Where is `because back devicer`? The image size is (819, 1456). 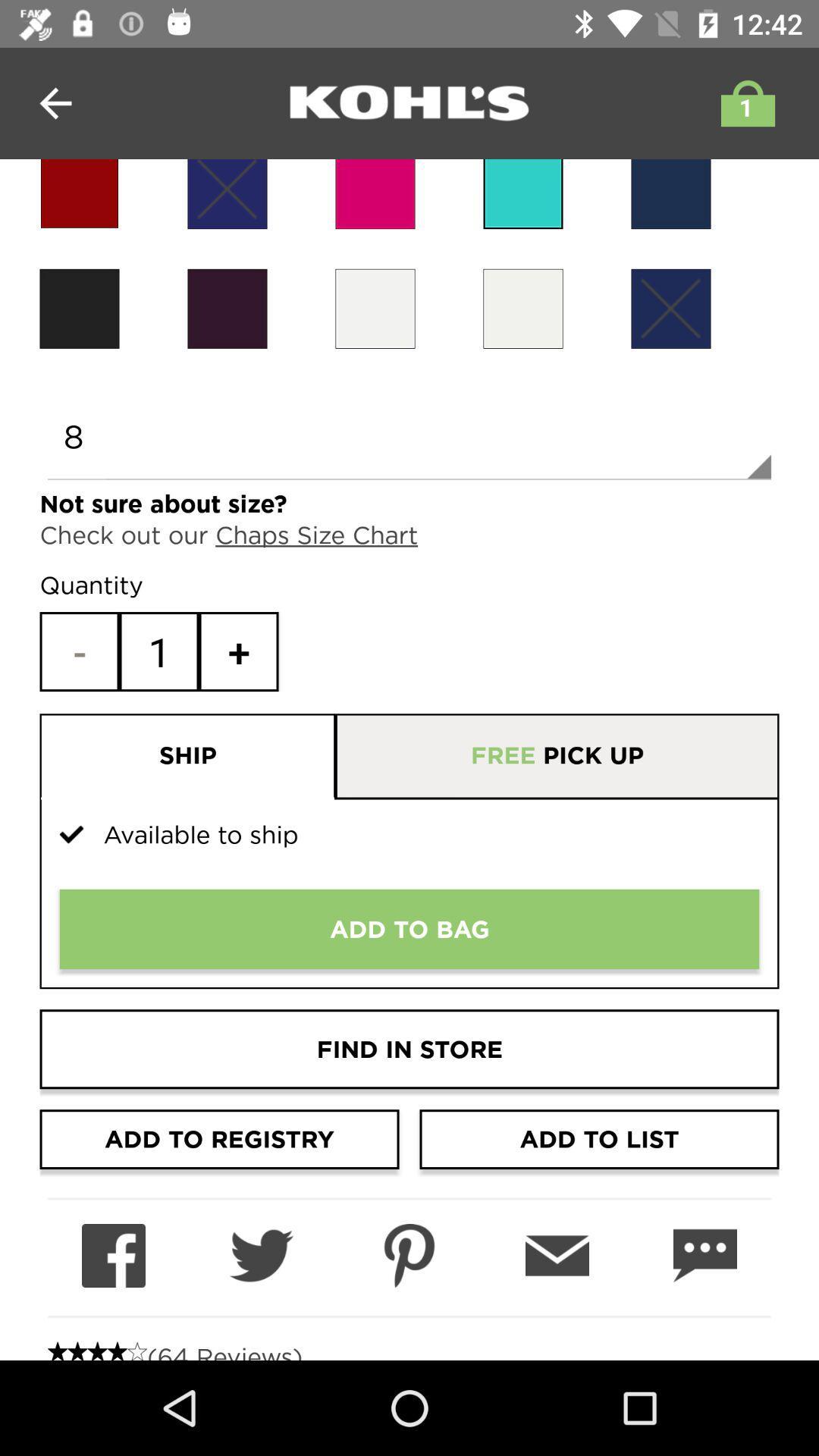
because back devicer is located at coordinates (670, 193).